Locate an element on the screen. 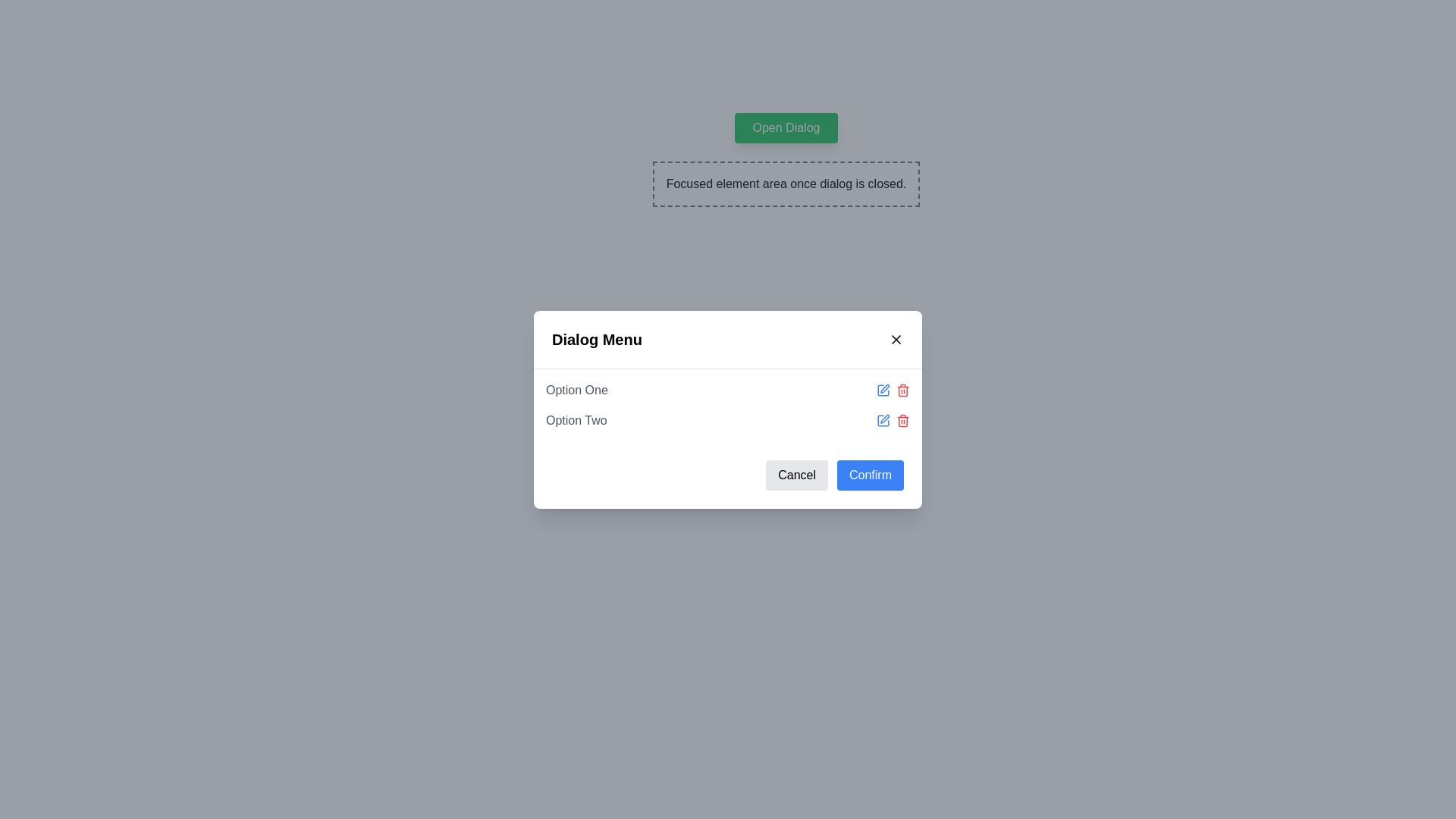 The height and width of the screenshot is (819, 1456). the editing icon located on the right side of the row labeled 'Option Two' in the dialog menu is located at coordinates (885, 419).